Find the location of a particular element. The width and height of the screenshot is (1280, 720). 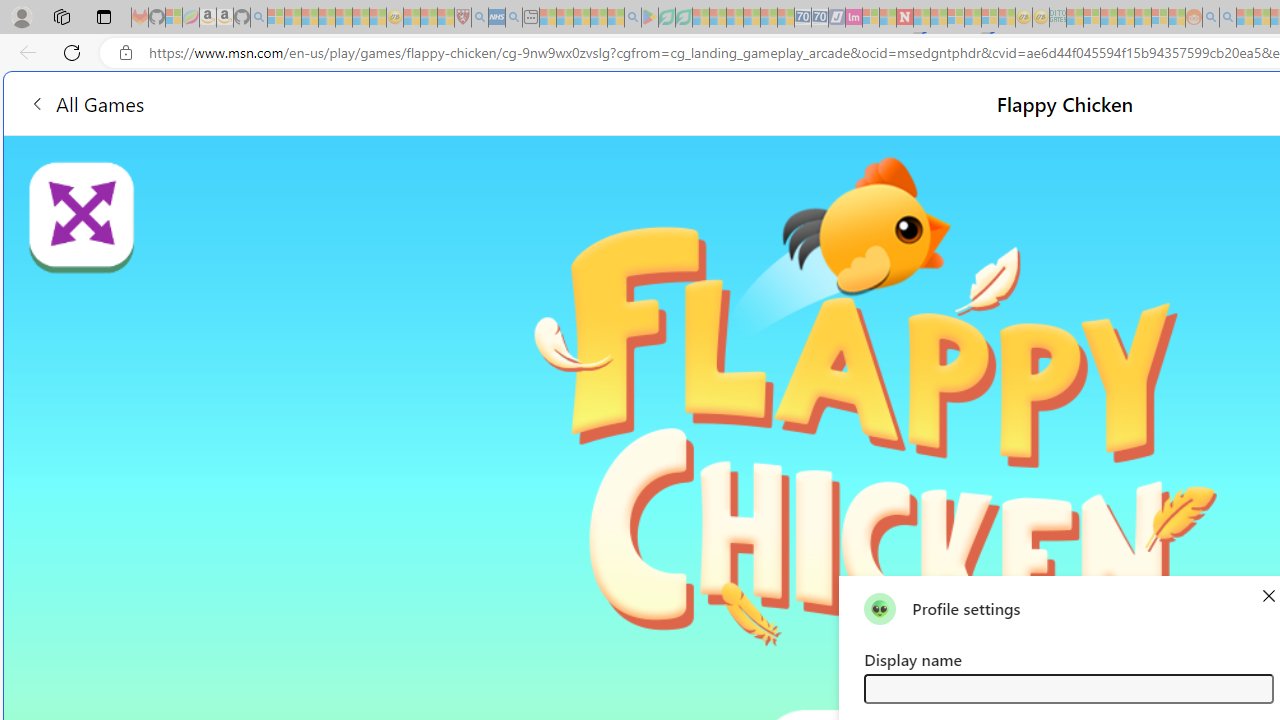

'MSNBC - MSN - Sleeping' is located at coordinates (1074, 17).